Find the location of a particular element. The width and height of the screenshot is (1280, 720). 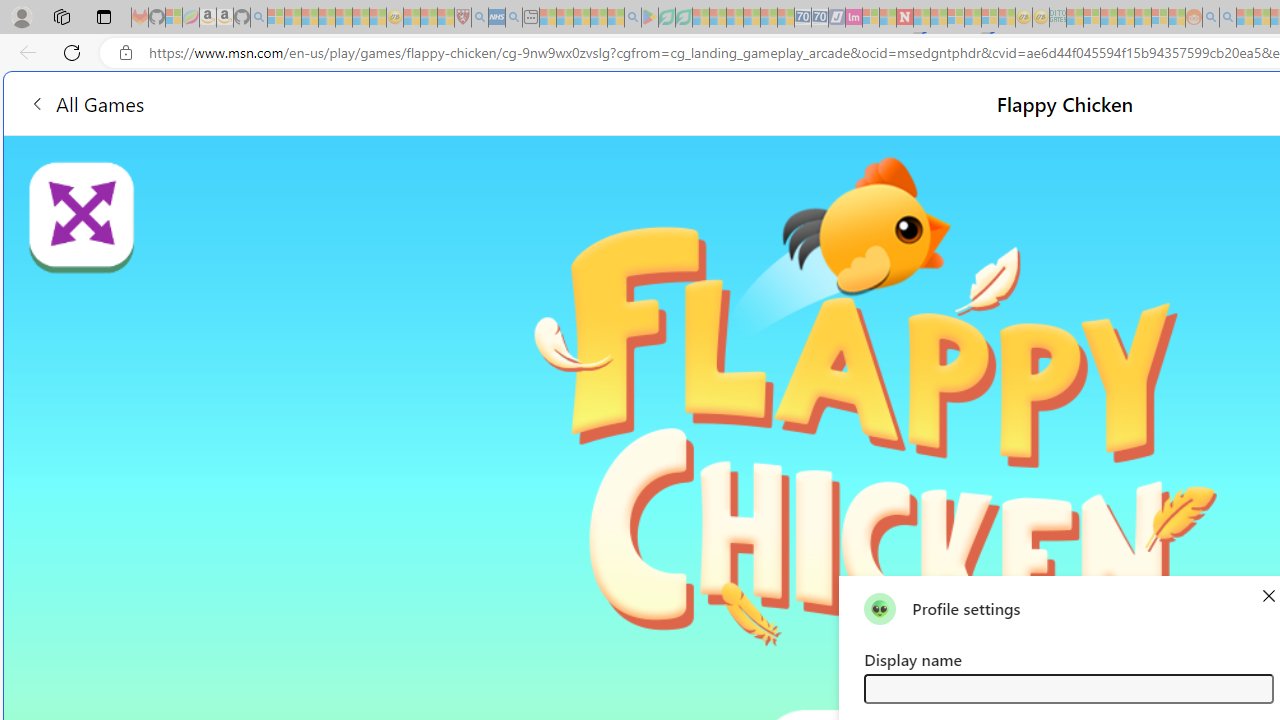

'MSNBC - MSN - Sleeping' is located at coordinates (1074, 17).